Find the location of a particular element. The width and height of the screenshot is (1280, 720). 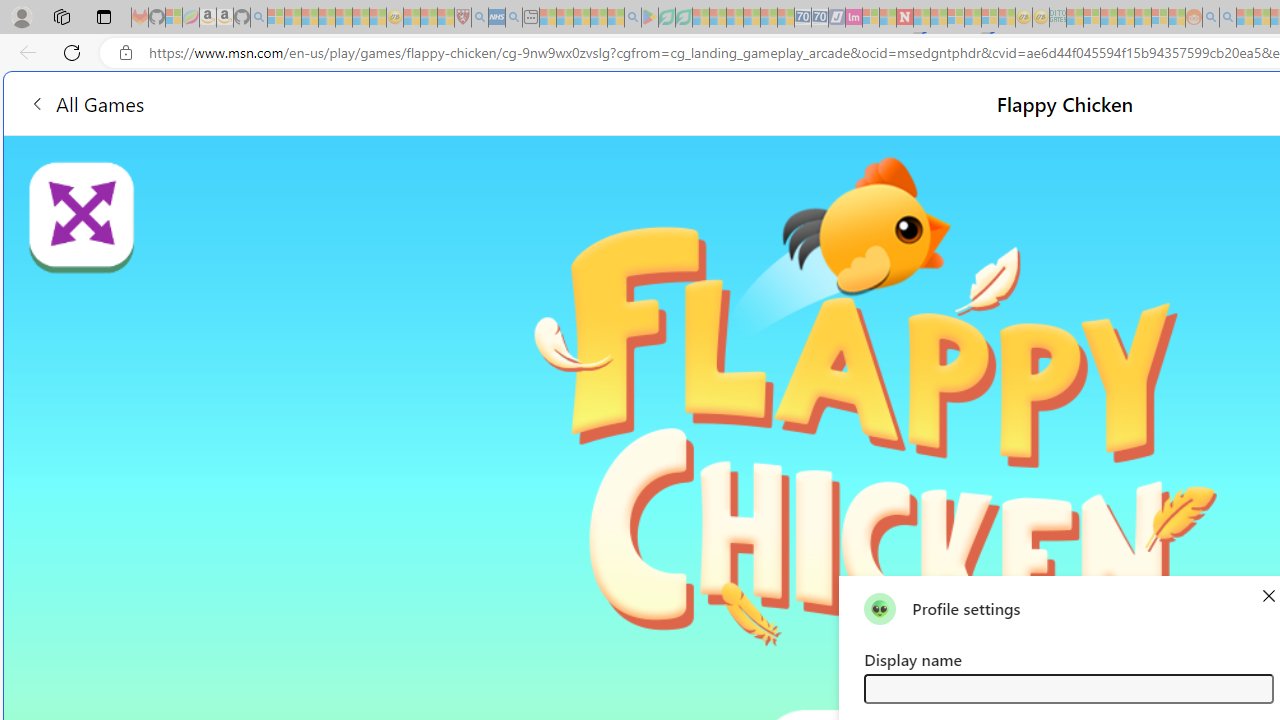

'MSNBC - MSN - Sleeping' is located at coordinates (1074, 17).